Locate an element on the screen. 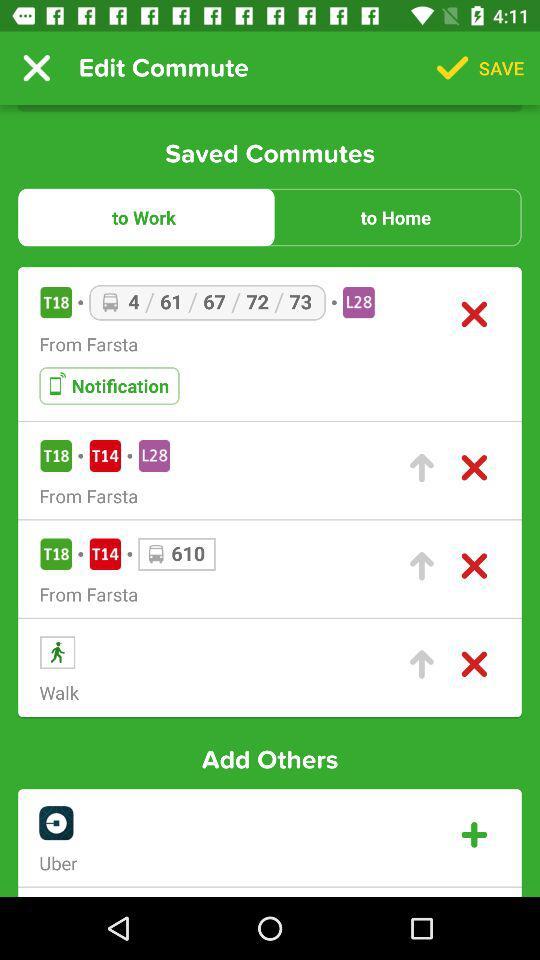 This screenshot has width=540, height=960. the item to the right of the to work item is located at coordinates (395, 217).